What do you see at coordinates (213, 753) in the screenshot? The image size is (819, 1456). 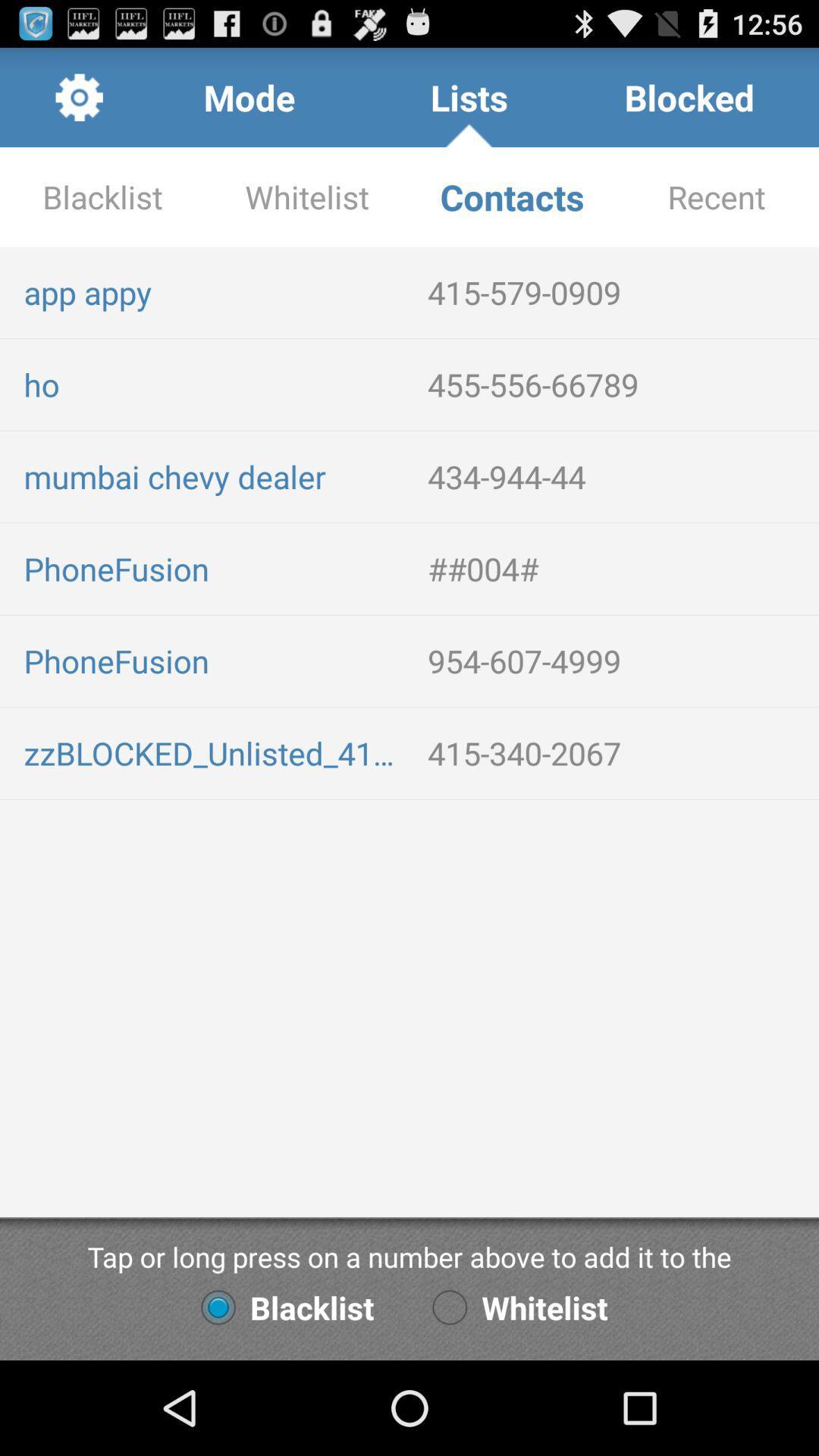 I see `the icon below phonefusion` at bounding box center [213, 753].